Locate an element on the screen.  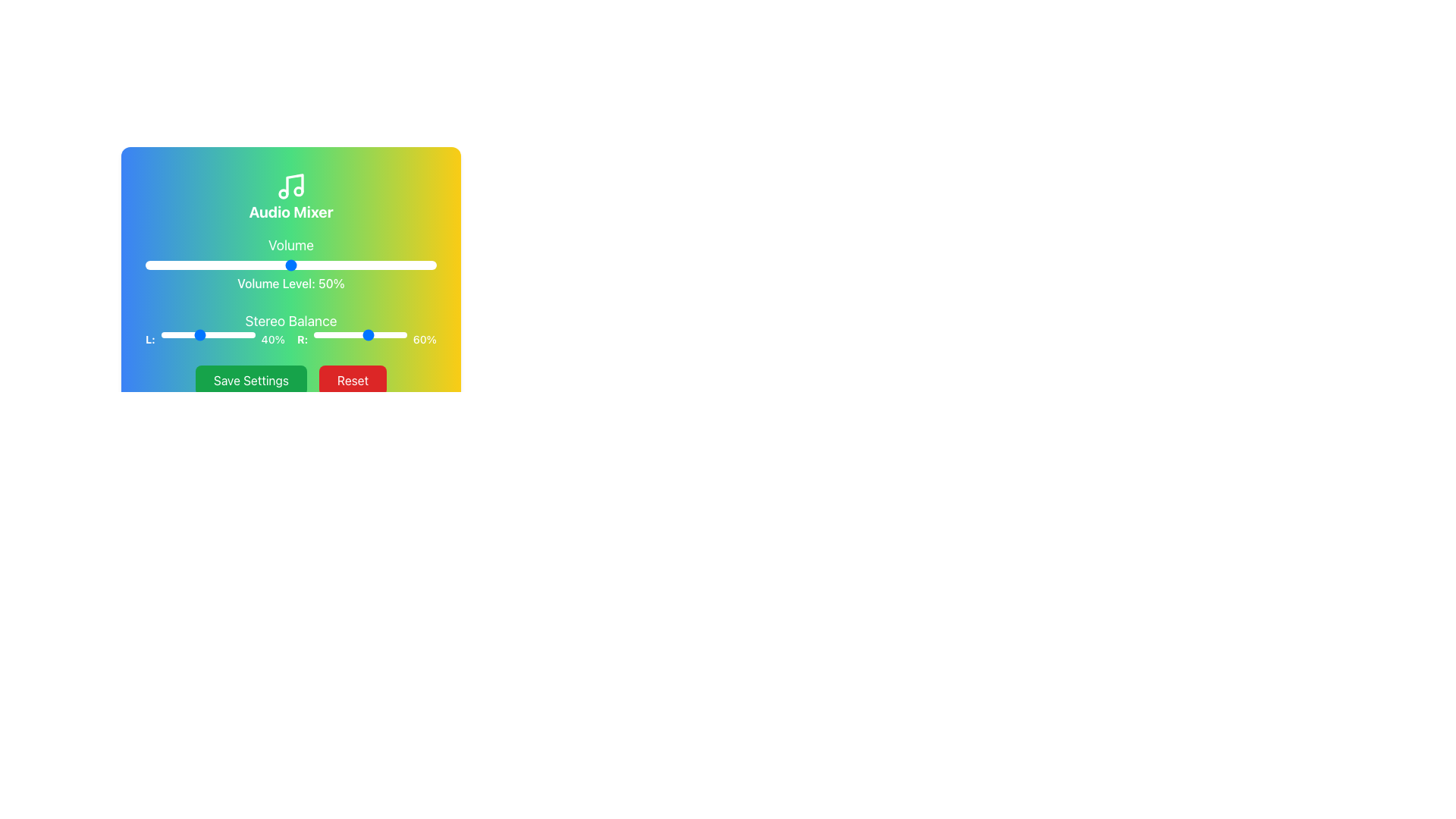
the R value is located at coordinates (369, 334).